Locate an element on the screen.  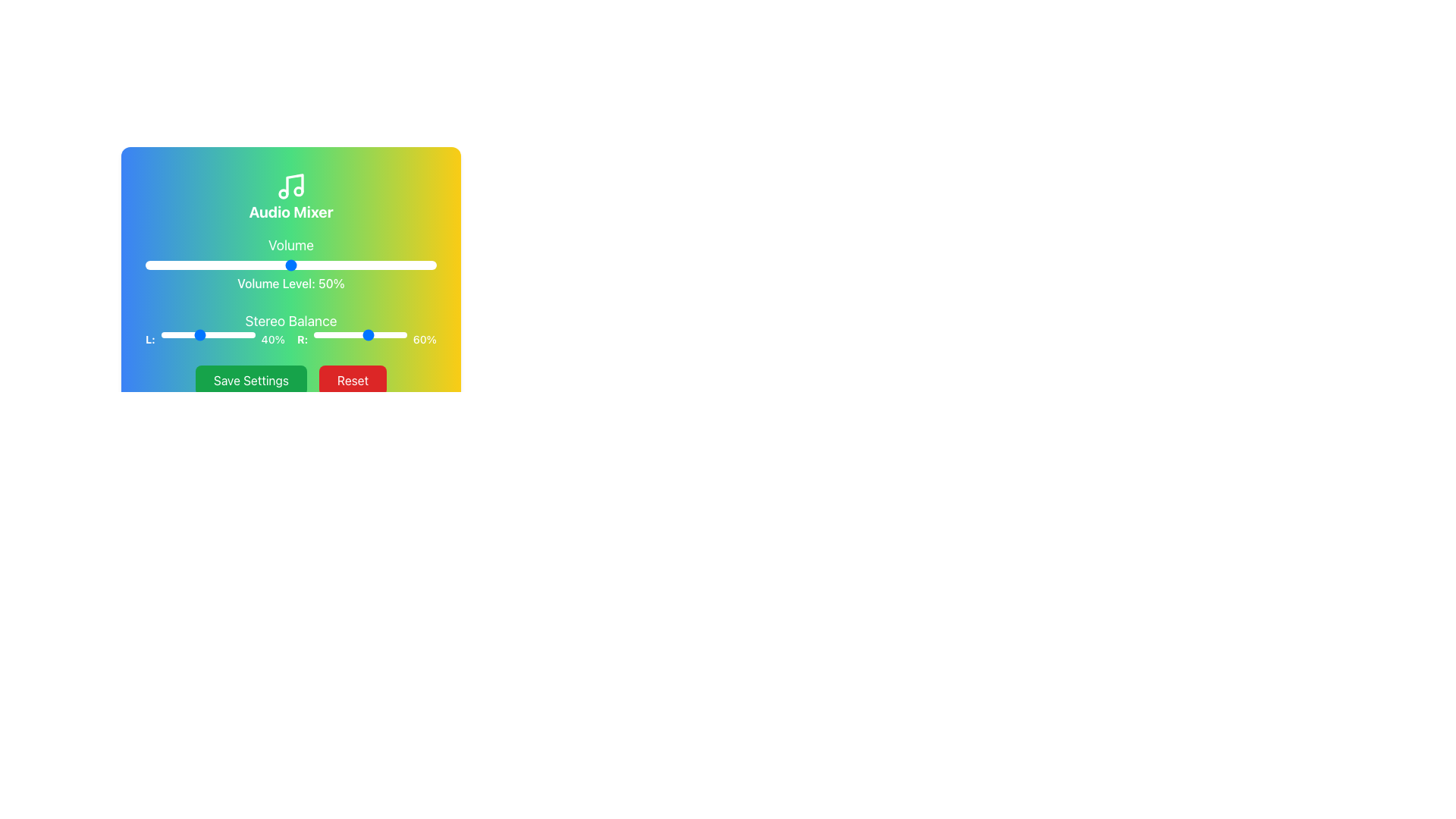
the R value is located at coordinates (369, 334).